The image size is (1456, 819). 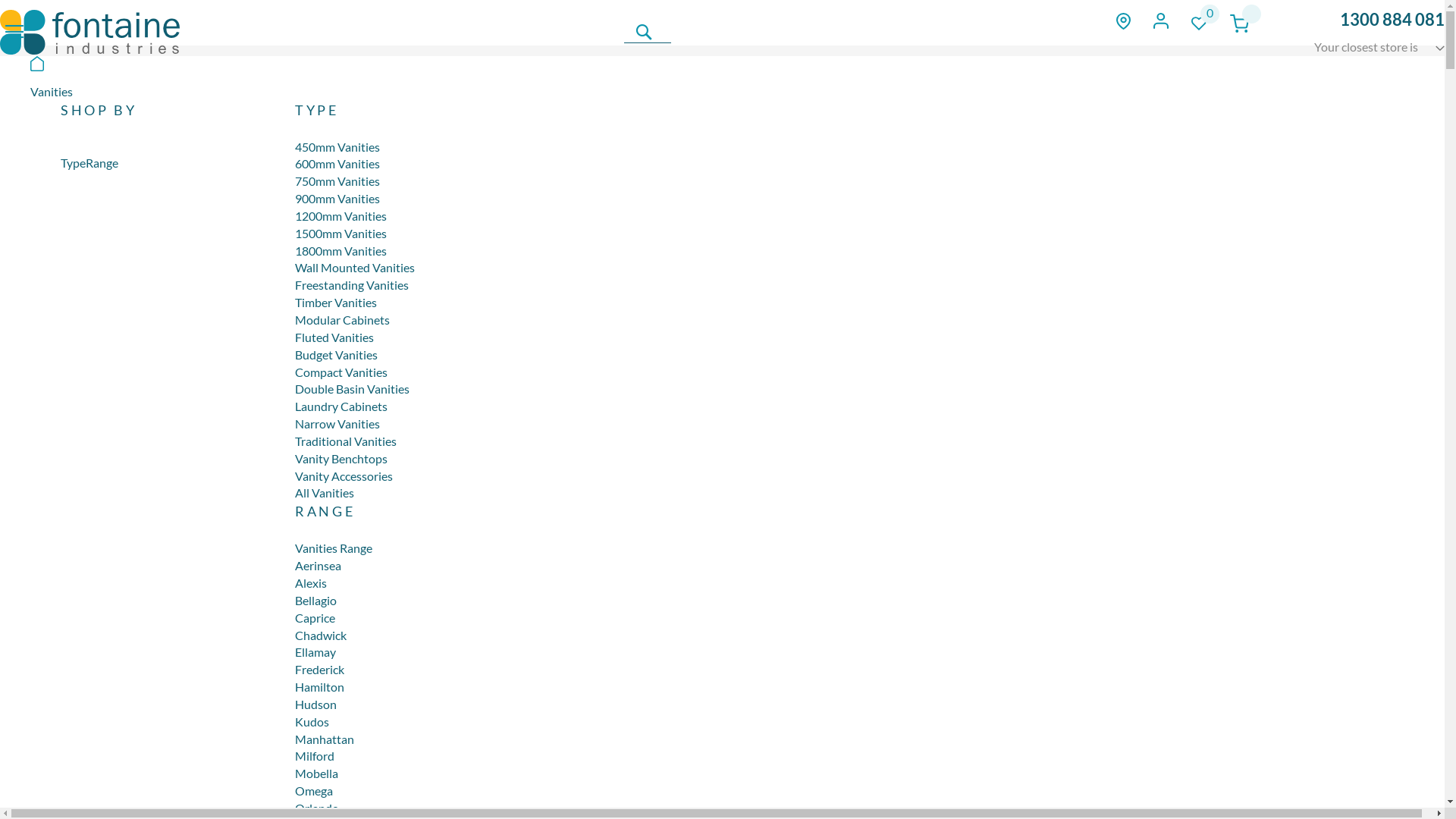 I want to click on 'Manhattan', so click(x=323, y=738).